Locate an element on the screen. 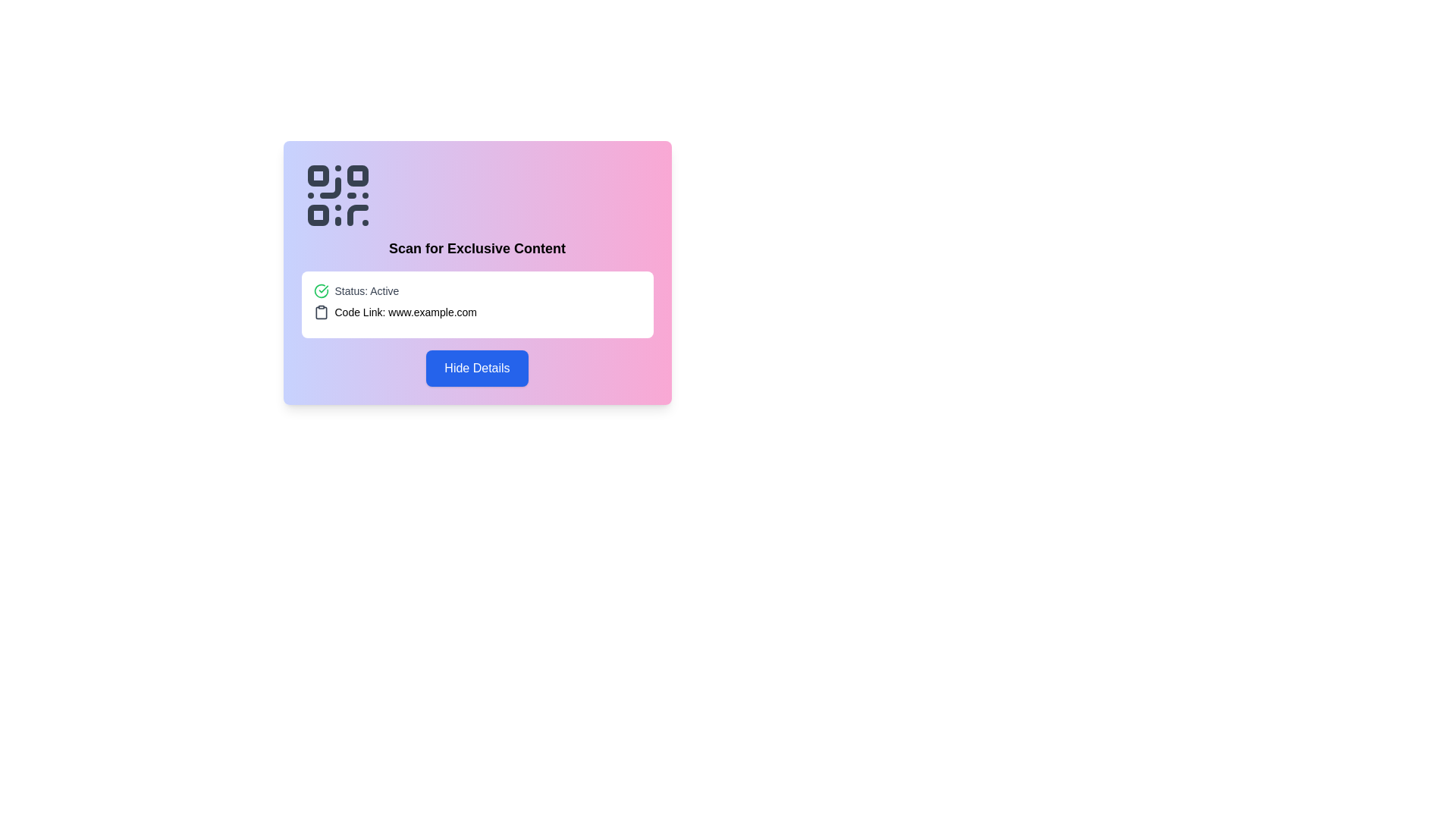 The image size is (1456, 819). text label that provides instructions for scanning the QR code for exclusive content, located below the QR code icon is located at coordinates (476, 247).